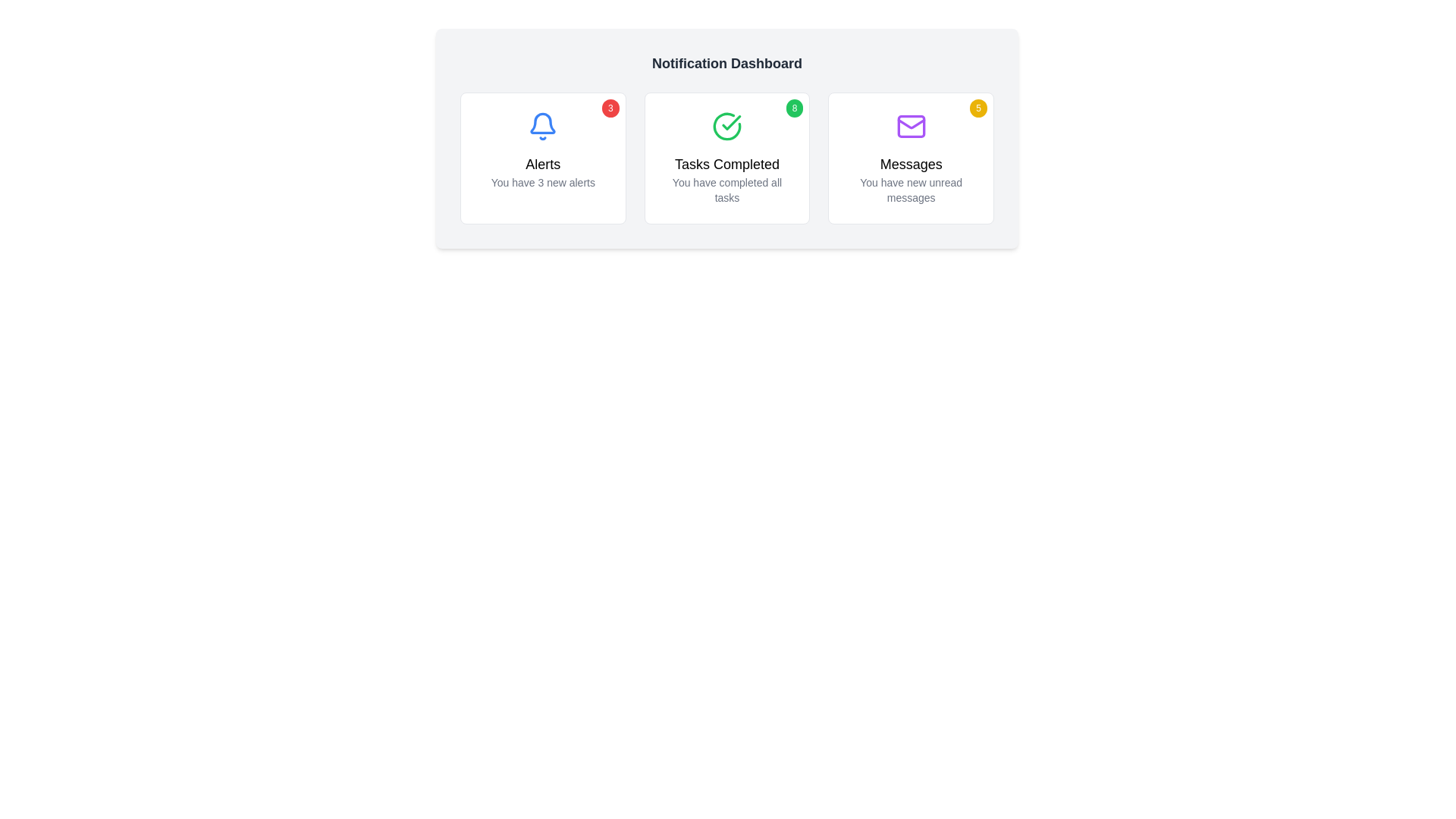 The width and height of the screenshot is (1456, 819). Describe the element at coordinates (793, 107) in the screenshot. I see `the Badge or Status Indicator located at the top-right corner of the 'Tasks Completed' card within the 'Notification Dashboard'` at that location.